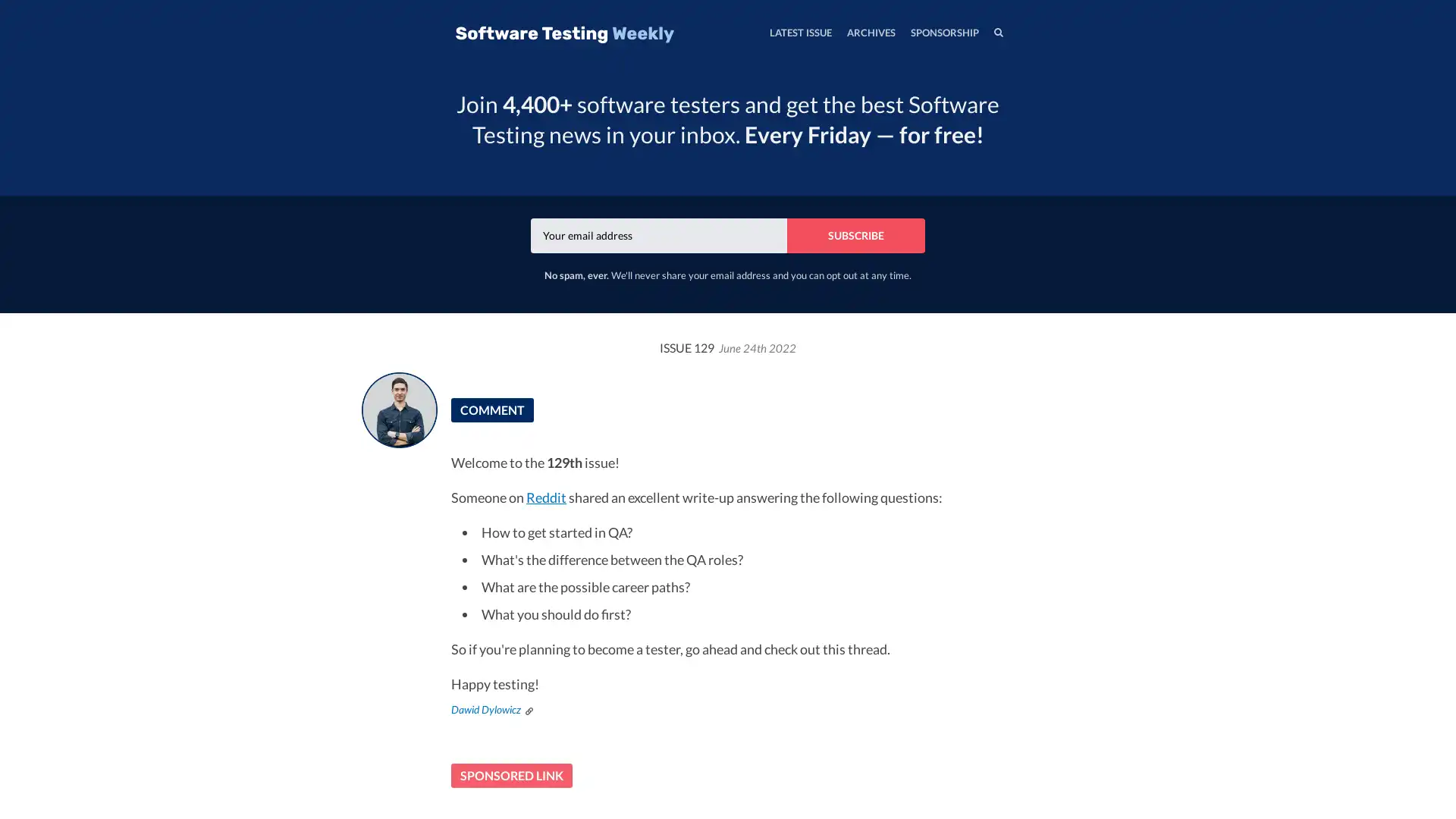  I want to click on TOGGLE MENU, so click(453, 3).